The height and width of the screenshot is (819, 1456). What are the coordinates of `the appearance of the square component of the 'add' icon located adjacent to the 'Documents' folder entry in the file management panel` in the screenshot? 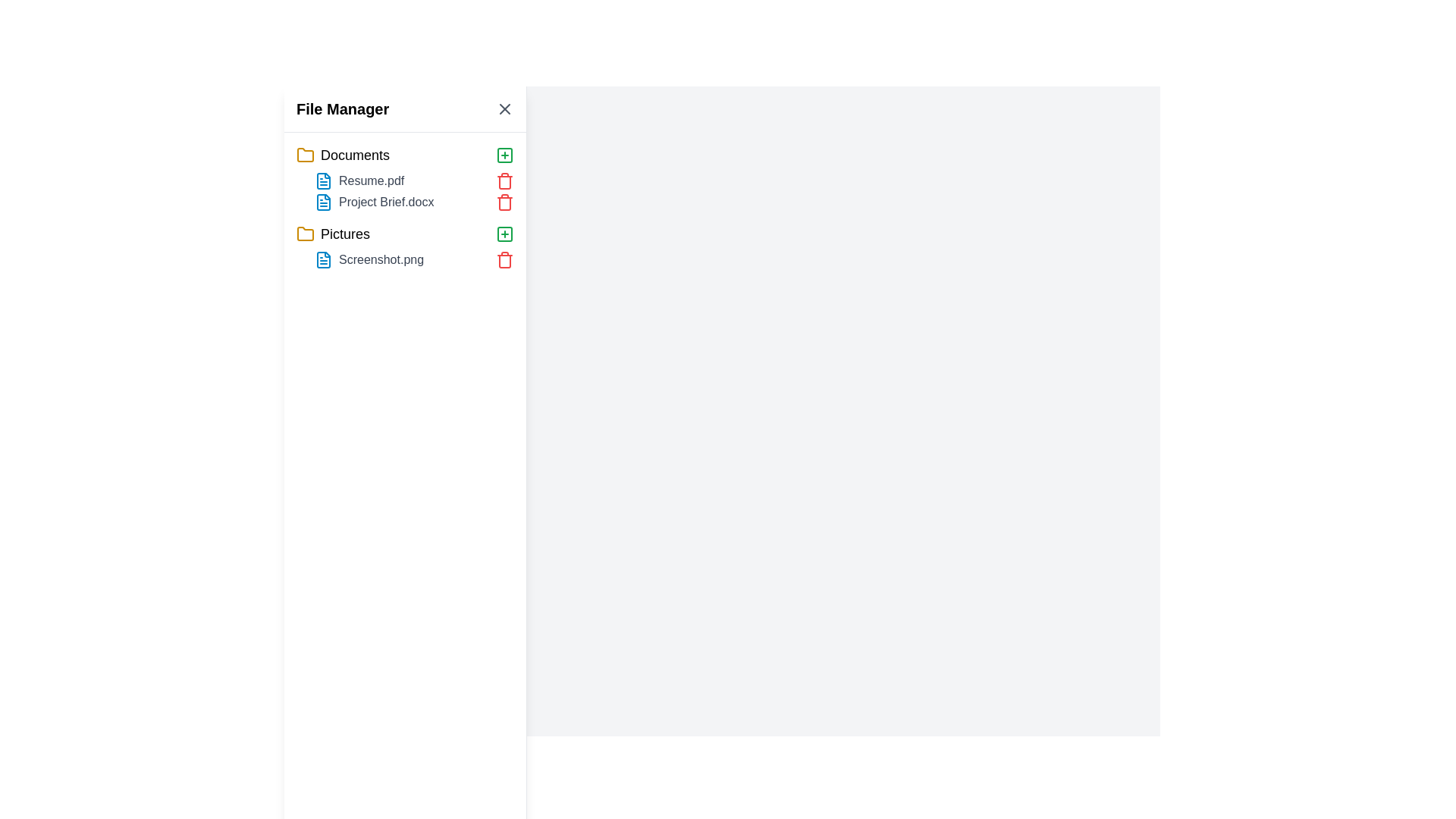 It's located at (505, 234).